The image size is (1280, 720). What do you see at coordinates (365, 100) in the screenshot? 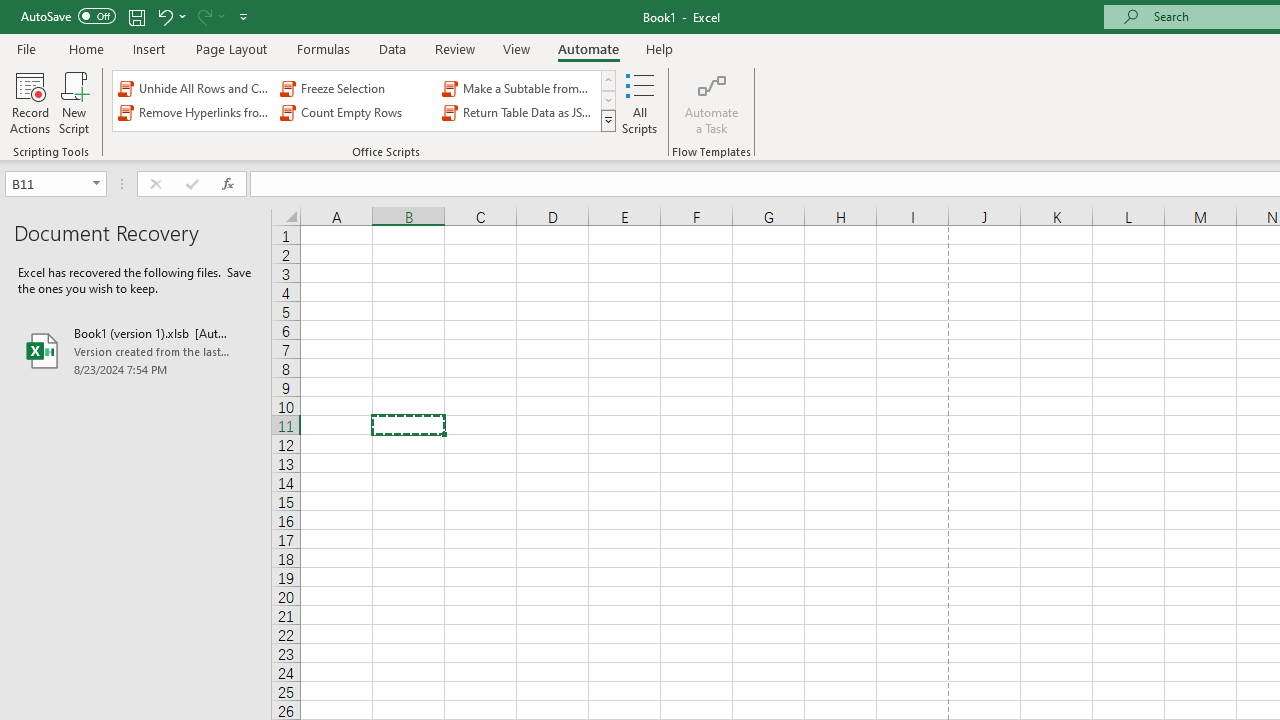
I see `'AutomationID: OfficeScriptsGallery'` at bounding box center [365, 100].